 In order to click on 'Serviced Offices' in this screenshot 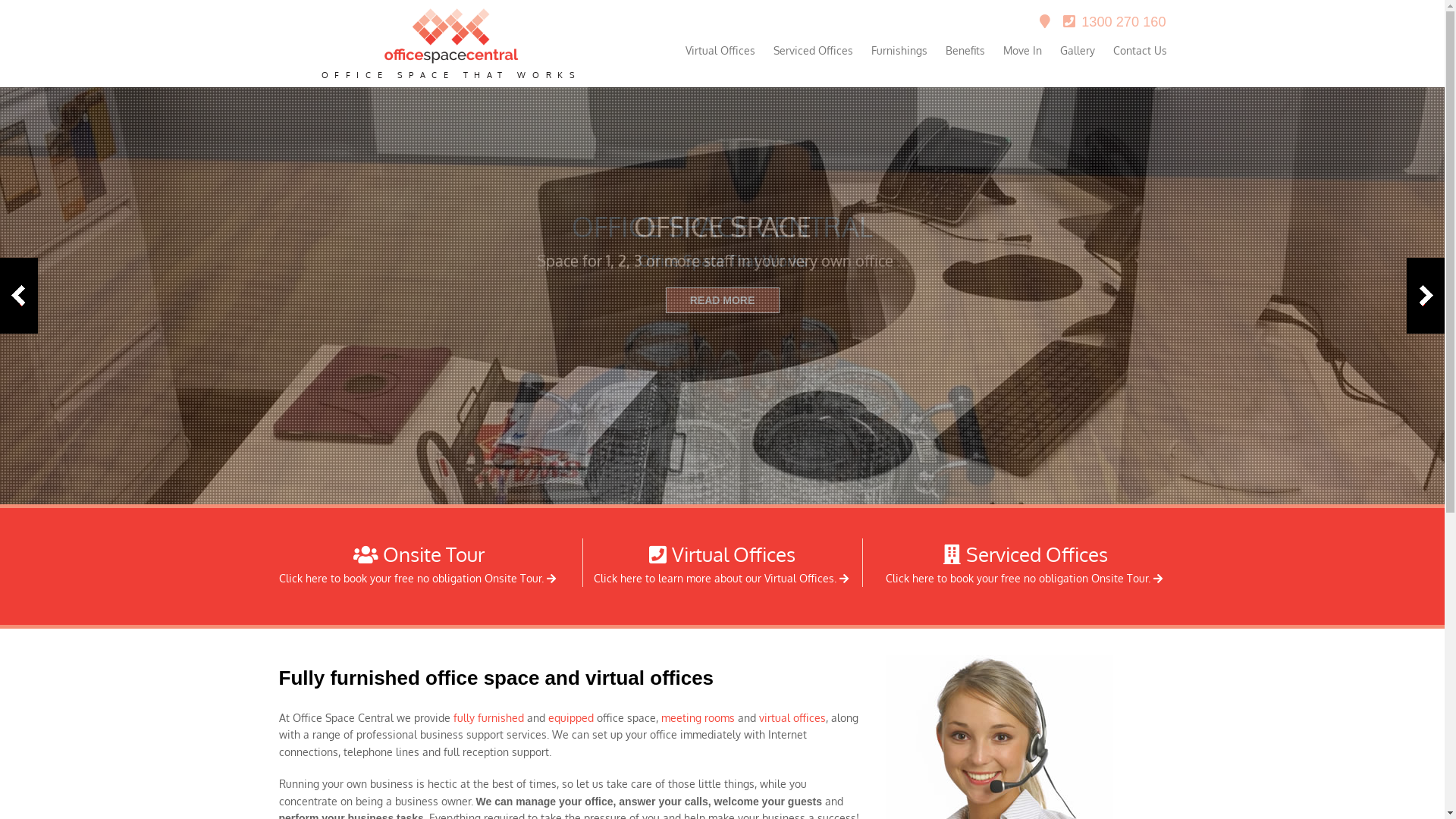, I will do `click(812, 49)`.